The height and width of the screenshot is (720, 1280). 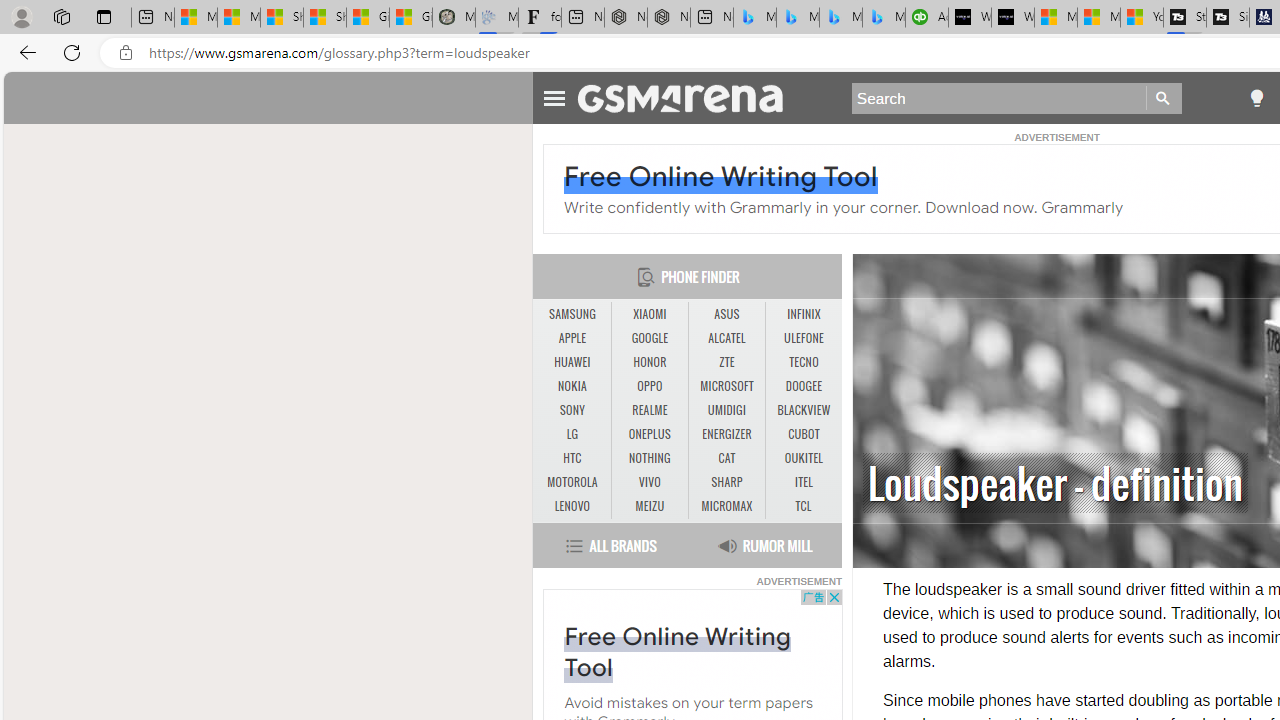 What do you see at coordinates (650, 362) in the screenshot?
I see `'HONOR'` at bounding box center [650, 362].